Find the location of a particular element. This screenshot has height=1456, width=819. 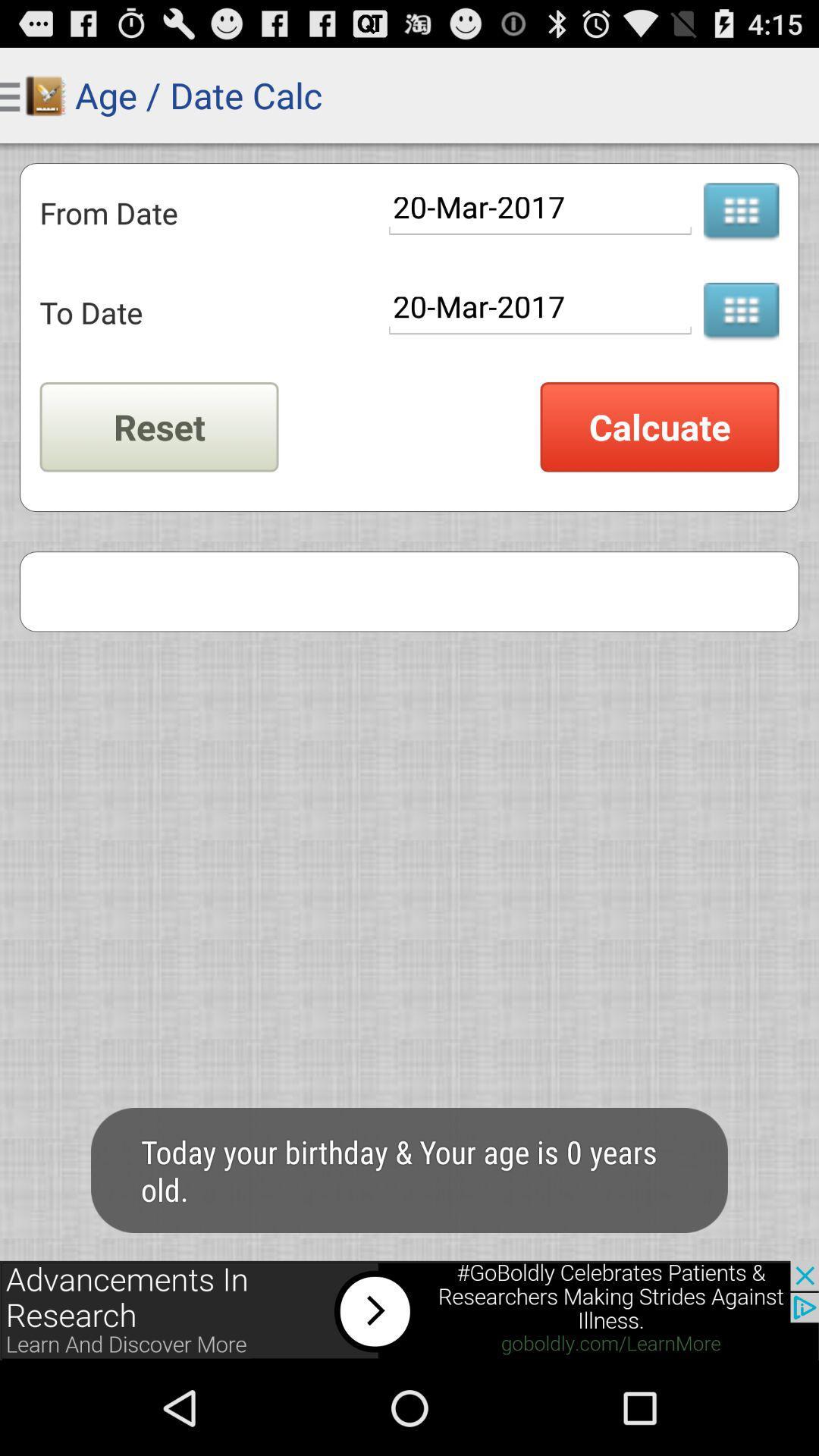

information on over 30,000+ brand name and 2000+ generic drugs is located at coordinates (740, 312).